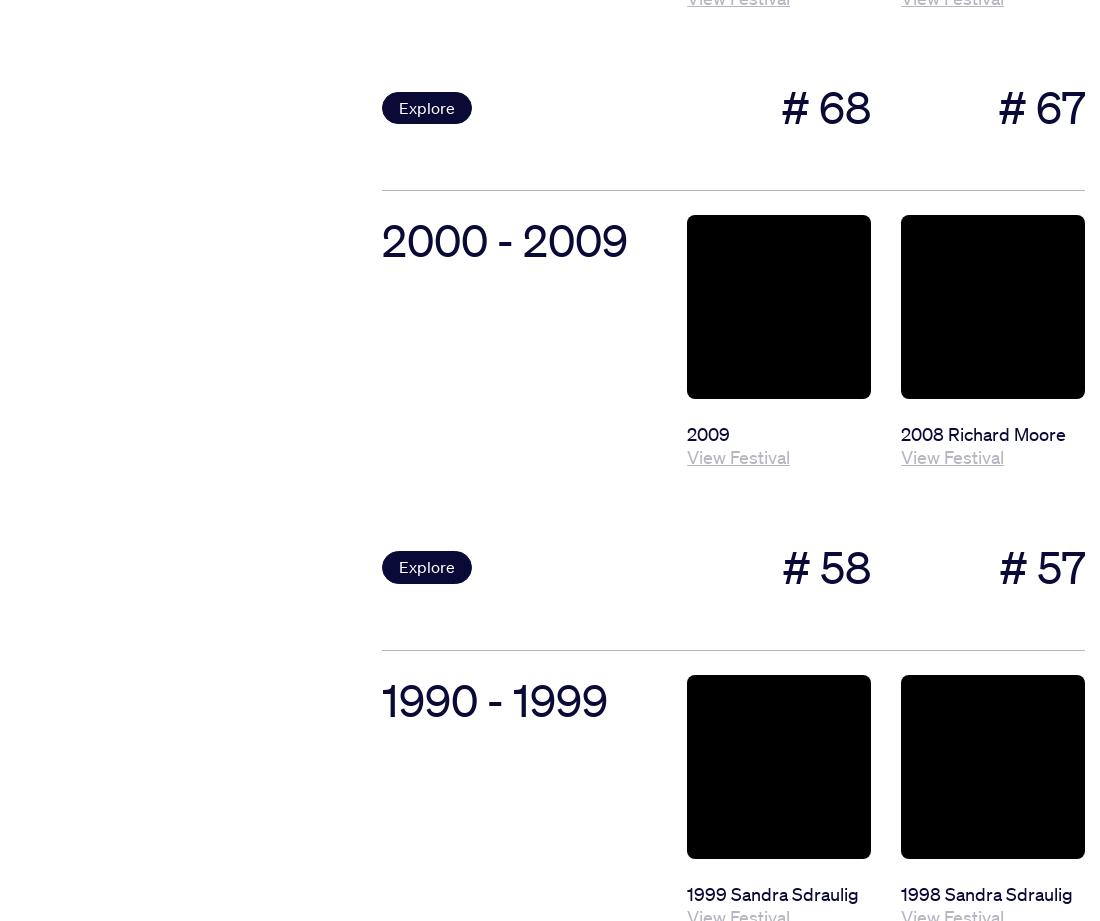 This screenshot has width=1100, height=921. I want to click on '2009', so click(686, 432).